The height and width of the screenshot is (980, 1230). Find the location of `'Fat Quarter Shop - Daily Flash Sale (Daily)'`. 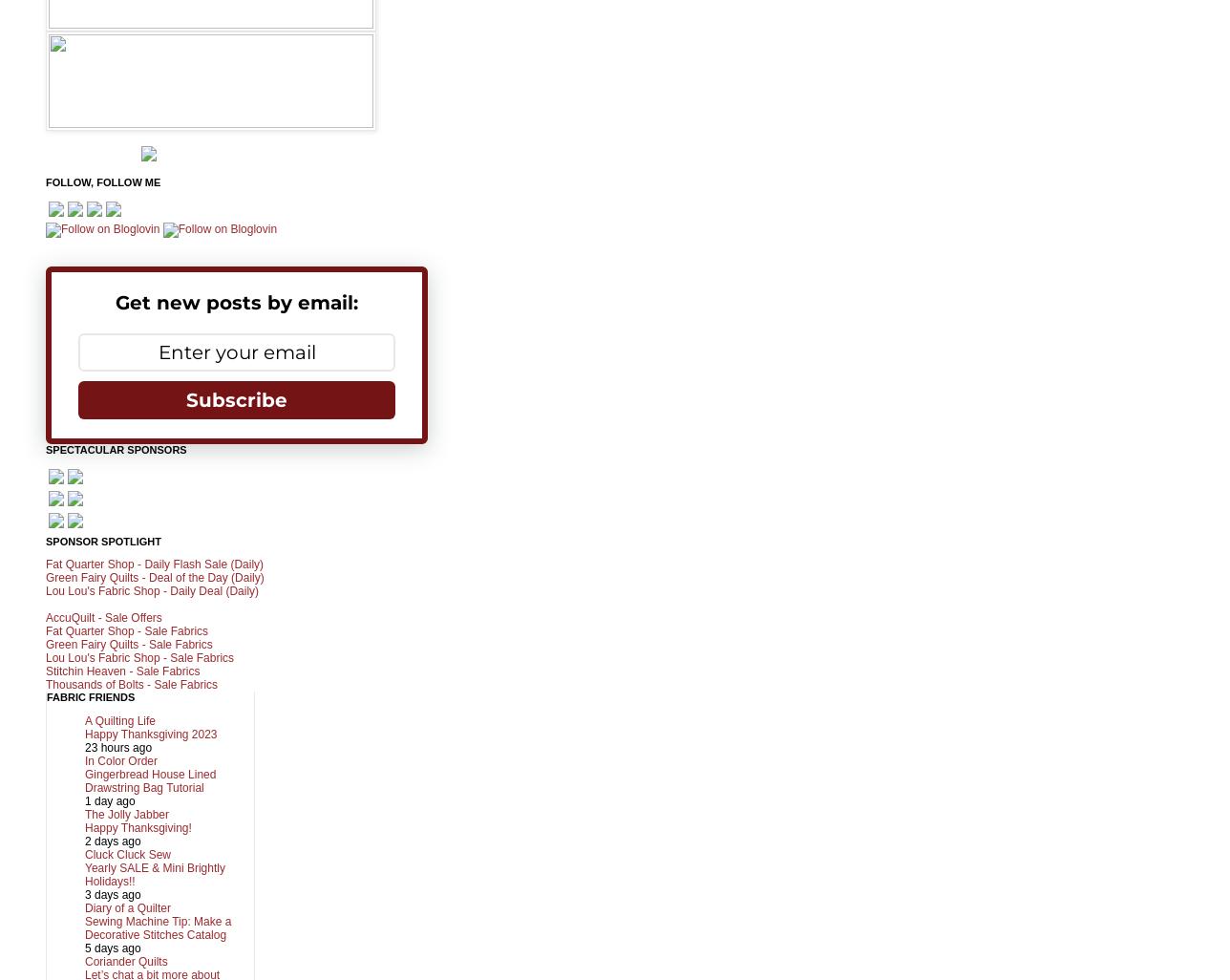

'Fat Quarter Shop - Daily Flash Sale (Daily)' is located at coordinates (154, 562).